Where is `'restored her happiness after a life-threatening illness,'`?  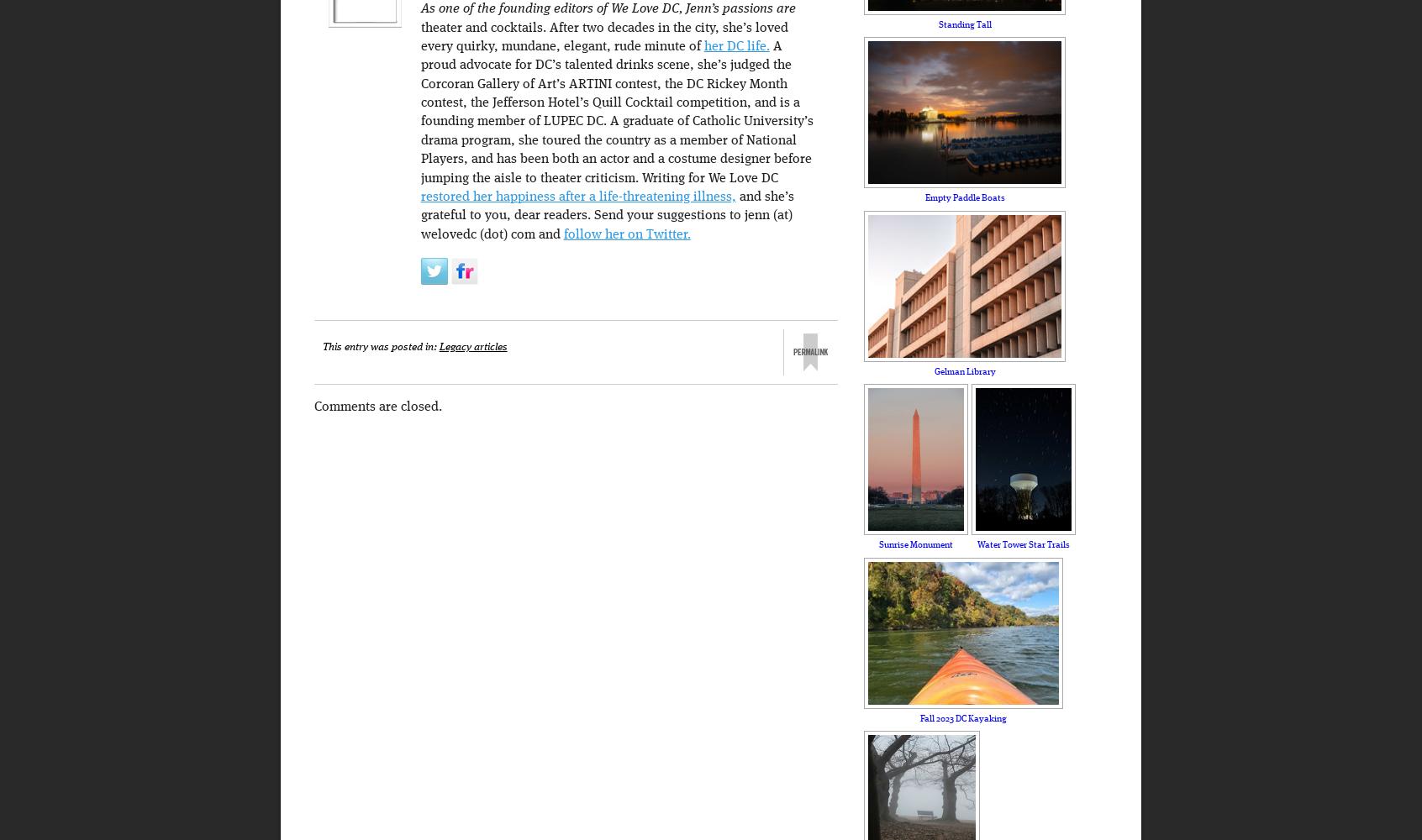 'restored her happiness after a life-threatening illness,' is located at coordinates (577, 197).